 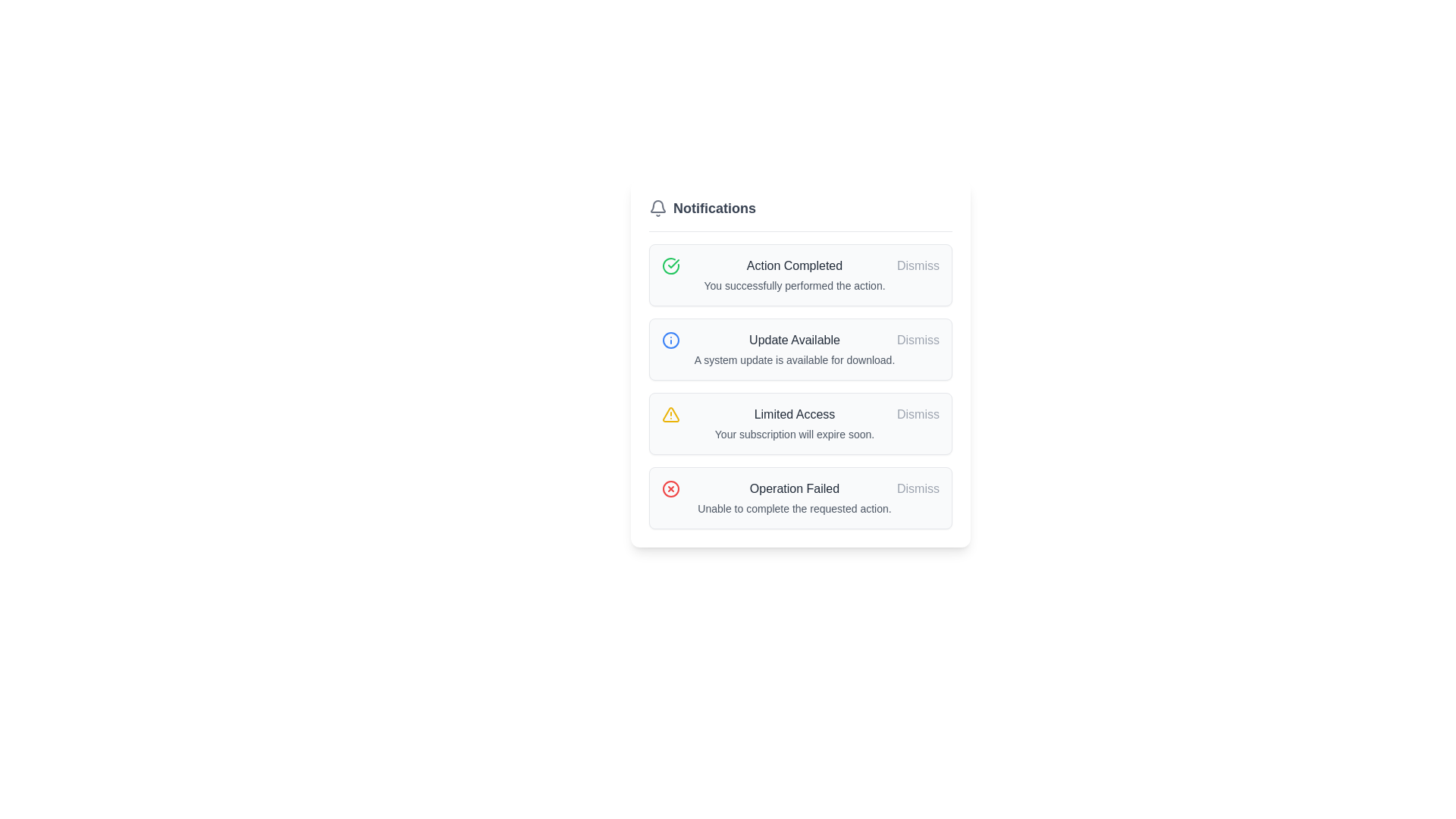 I want to click on the checkmark icon within a green circle, located in the status or feedback notification section, associated with the 'Action Completed' notification, so click(x=673, y=262).